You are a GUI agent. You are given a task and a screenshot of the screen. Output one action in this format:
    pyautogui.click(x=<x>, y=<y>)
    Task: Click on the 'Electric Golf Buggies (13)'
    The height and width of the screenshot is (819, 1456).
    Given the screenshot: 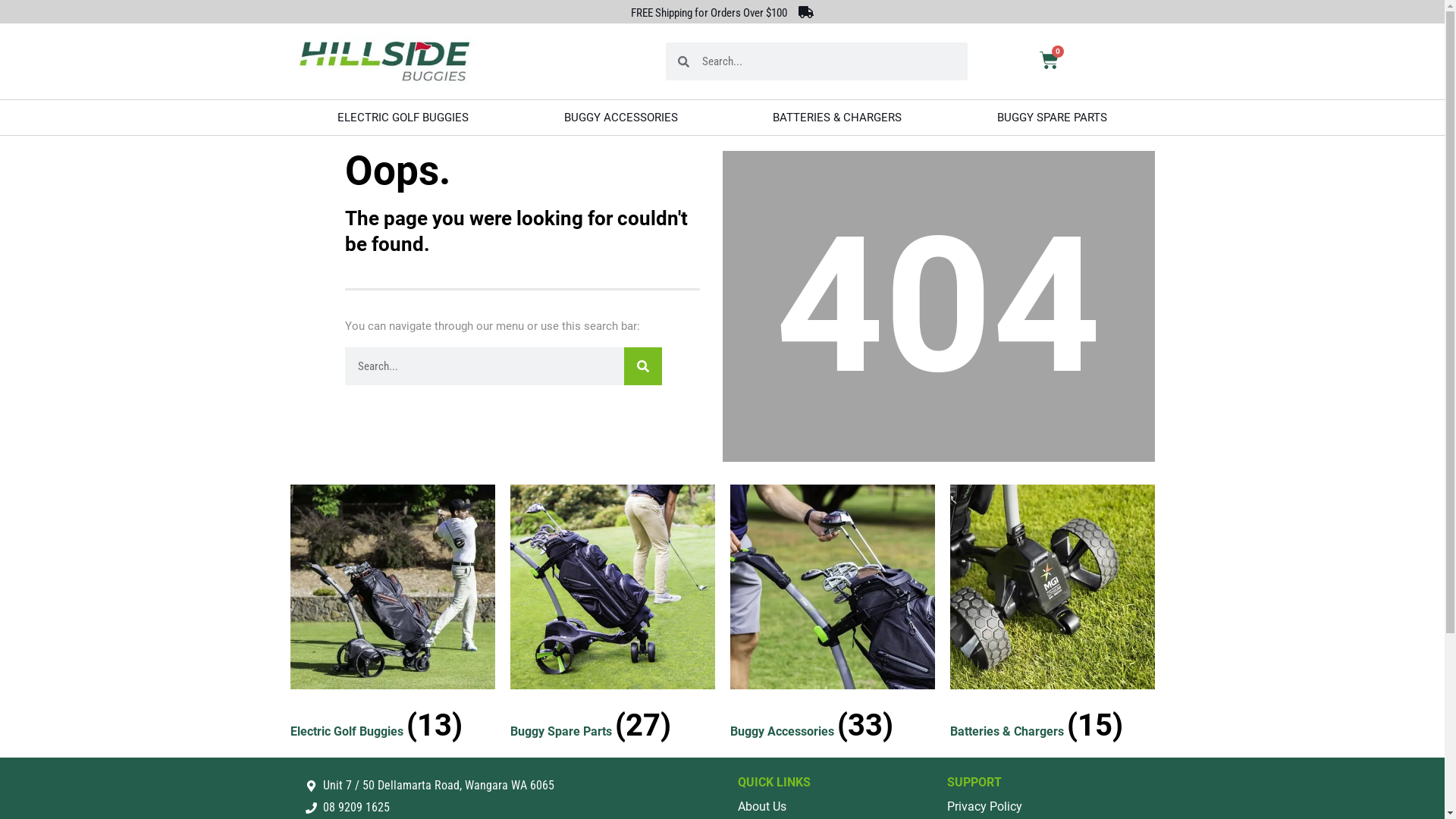 What is the action you would take?
    pyautogui.click(x=392, y=617)
    